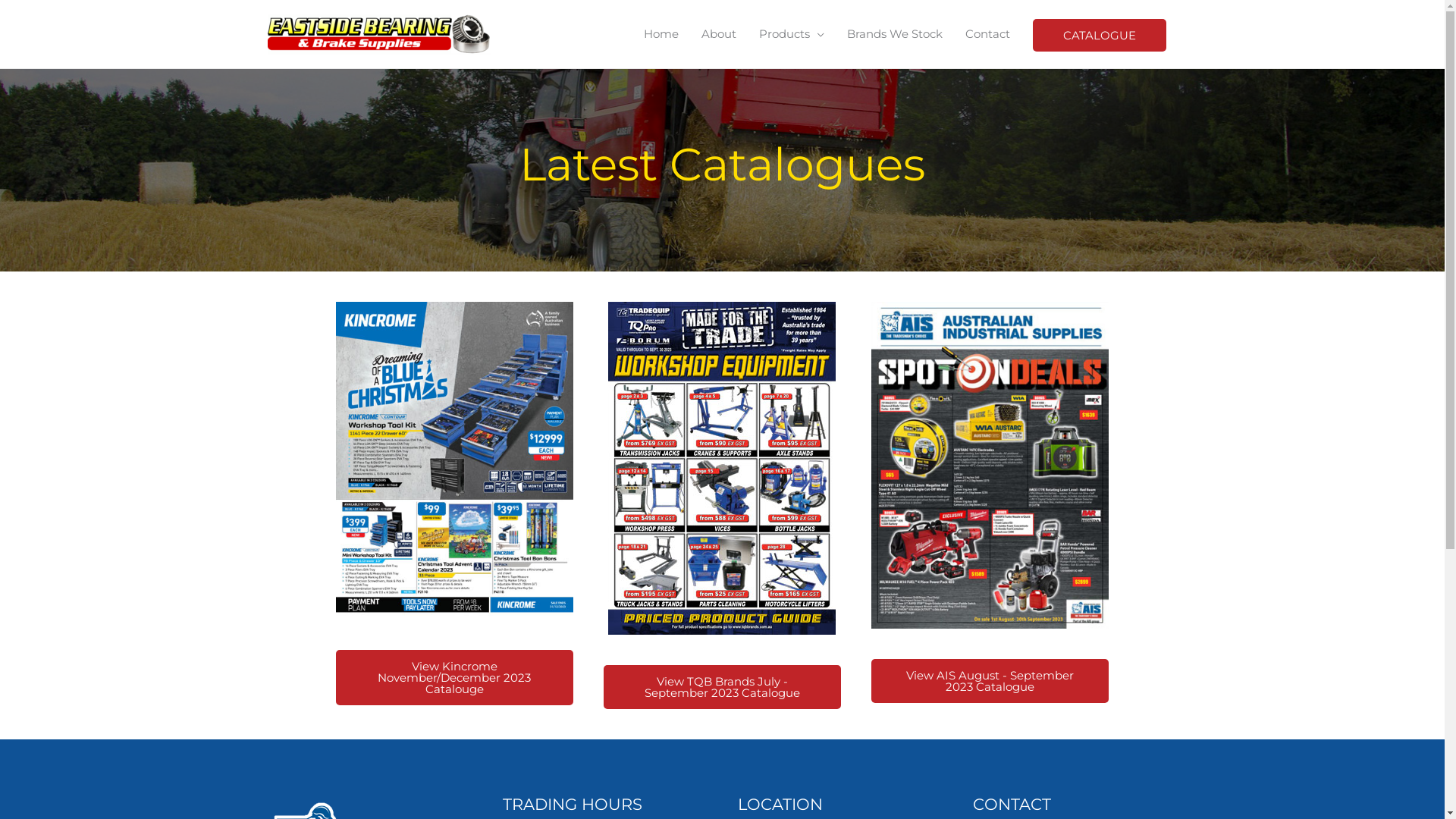 Image resolution: width=1456 pixels, height=819 pixels. Describe the element at coordinates (453, 676) in the screenshot. I see `'View Kincrome November/December 2023 Catalouge'` at that location.